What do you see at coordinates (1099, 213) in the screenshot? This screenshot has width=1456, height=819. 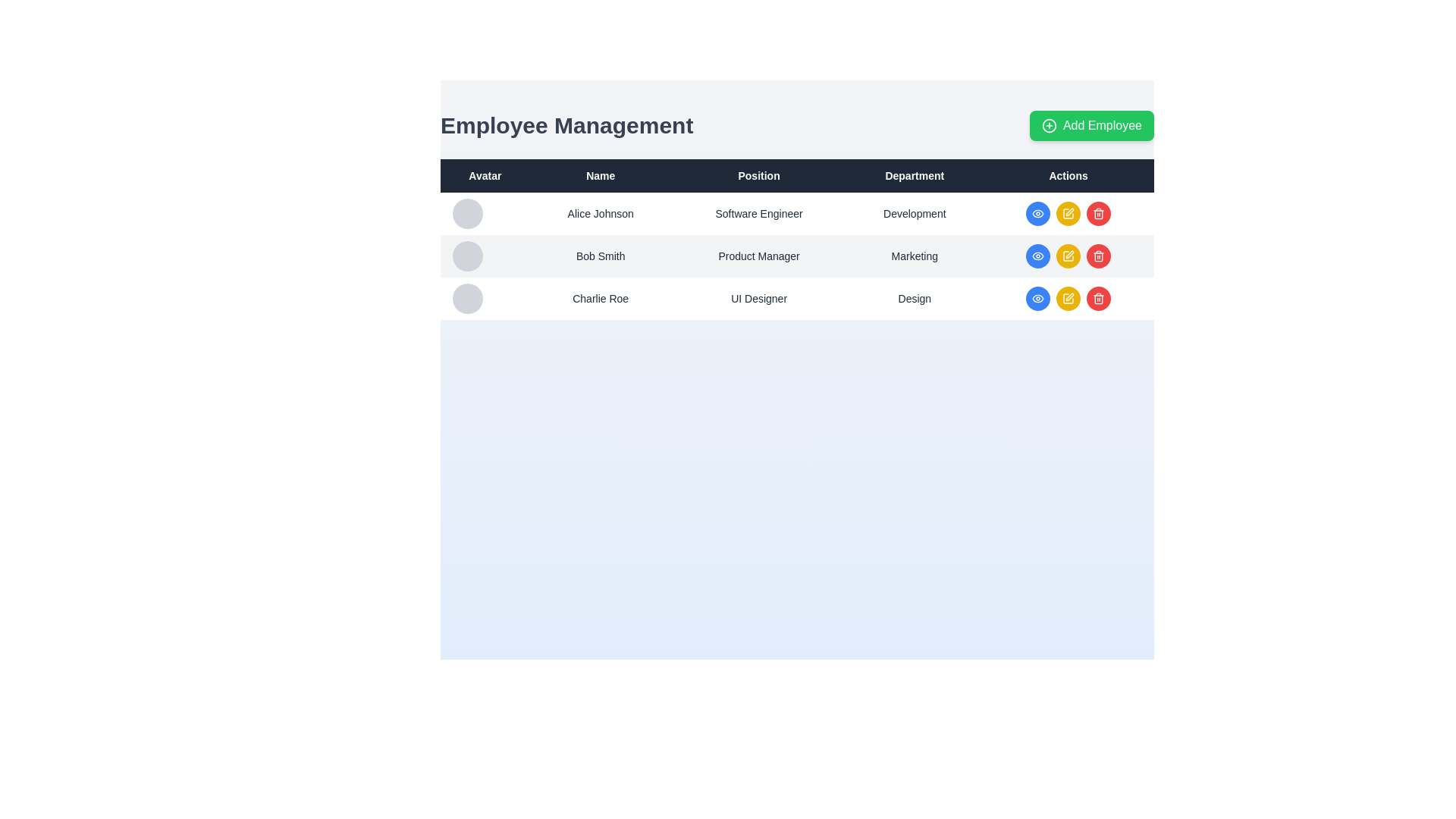 I see `the delete button located in the 'Actions' column of the first row under 'Employee Management'` at bounding box center [1099, 213].